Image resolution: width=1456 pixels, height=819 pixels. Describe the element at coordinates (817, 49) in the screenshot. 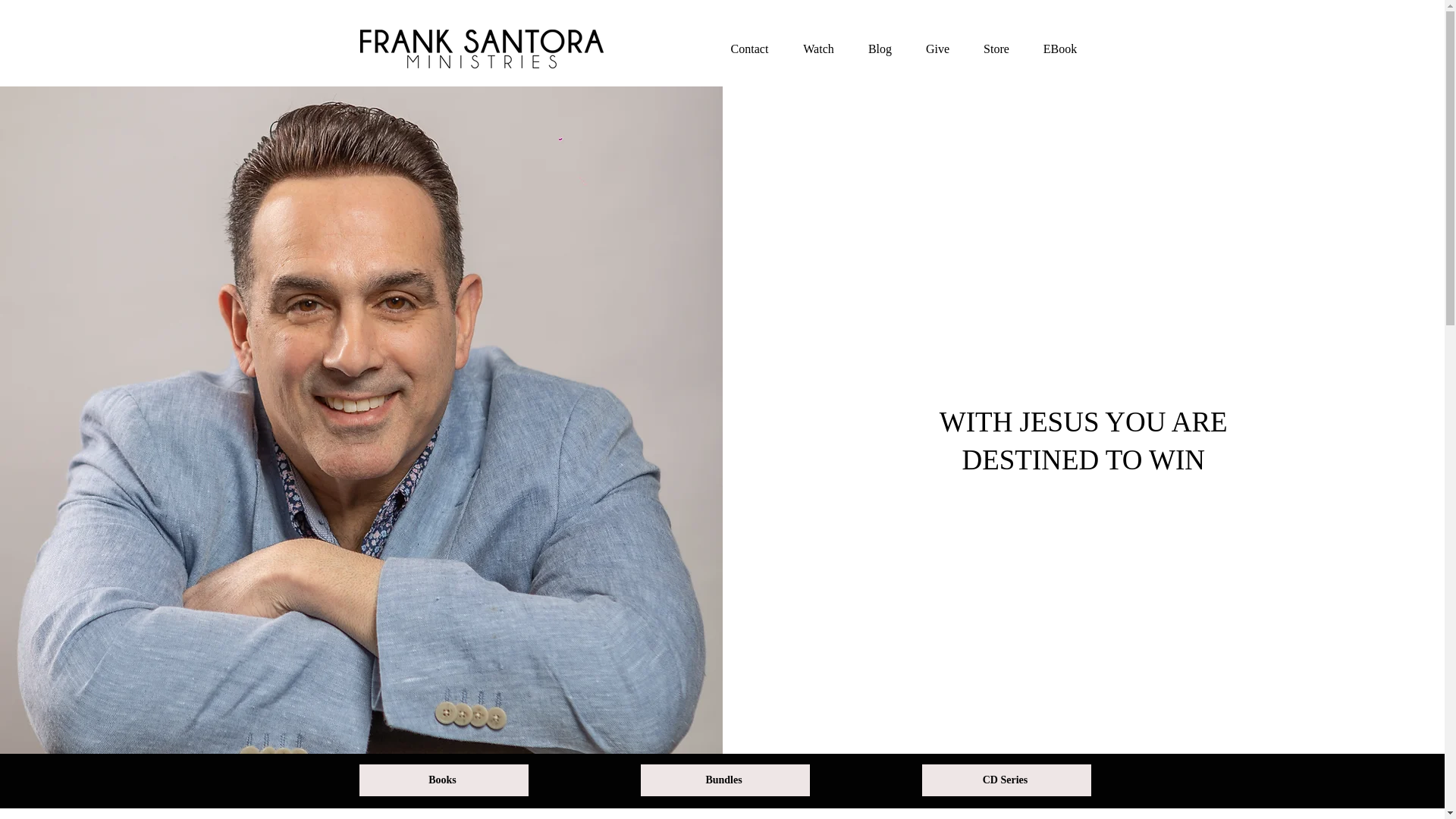

I see `'Watch'` at that location.